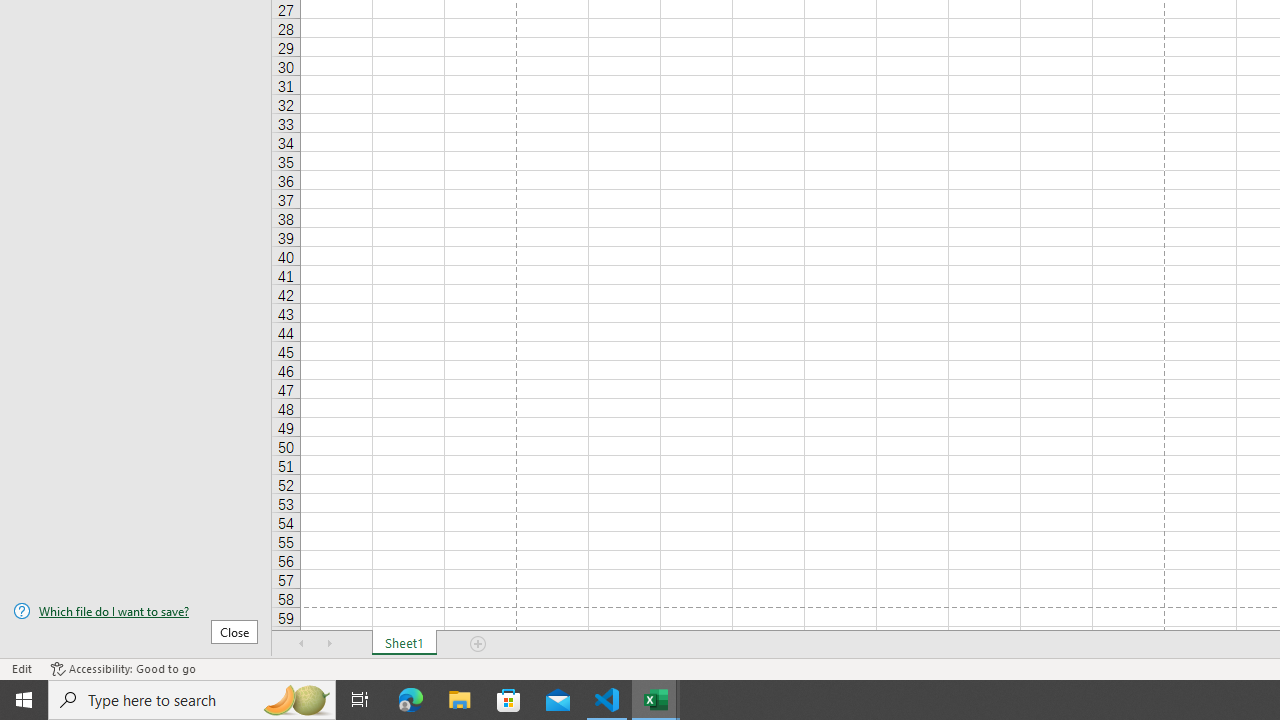 This screenshot has height=720, width=1280. I want to click on 'Close', so click(234, 631).